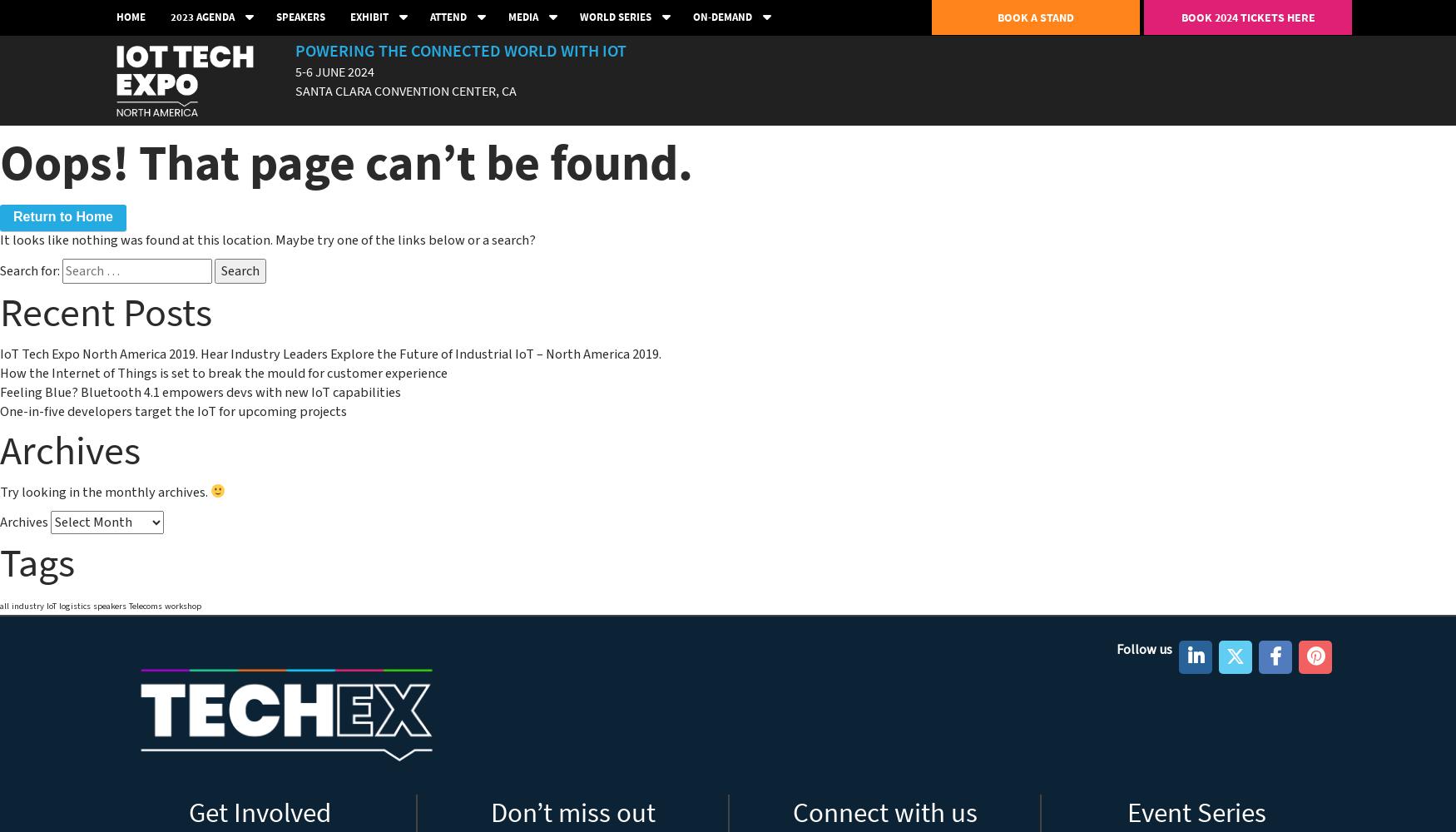 This screenshot has height=832, width=1456. What do you see at coordinates (3, 604) in the screenshot?
I see `'all'` at bounding box center [3, 604].